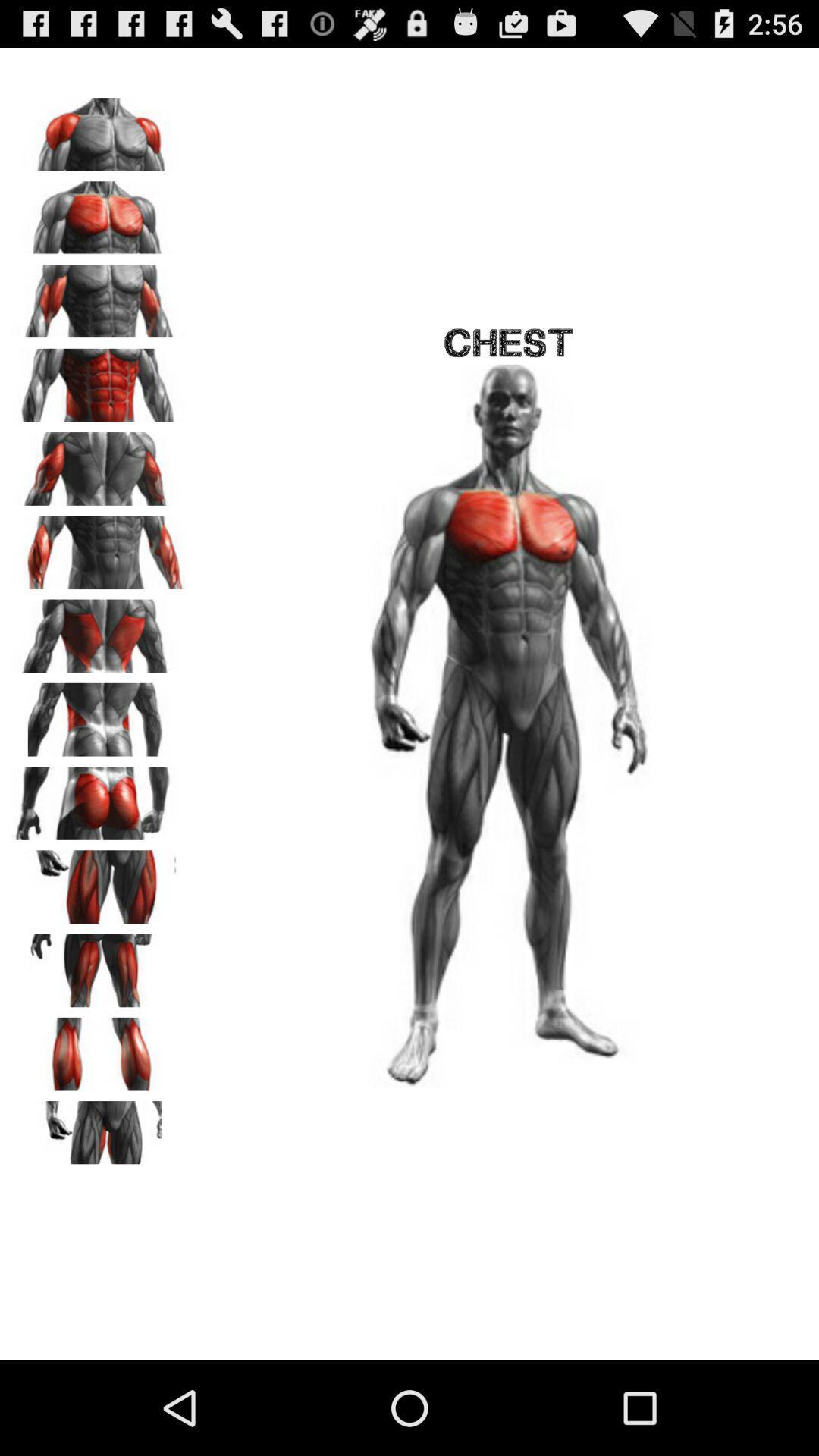 Image resolution: width=819 pixels, height=1456 pixels. Describe the element at coordinates (99, 631) in the screenshot. I see `different muscle group` at that location.